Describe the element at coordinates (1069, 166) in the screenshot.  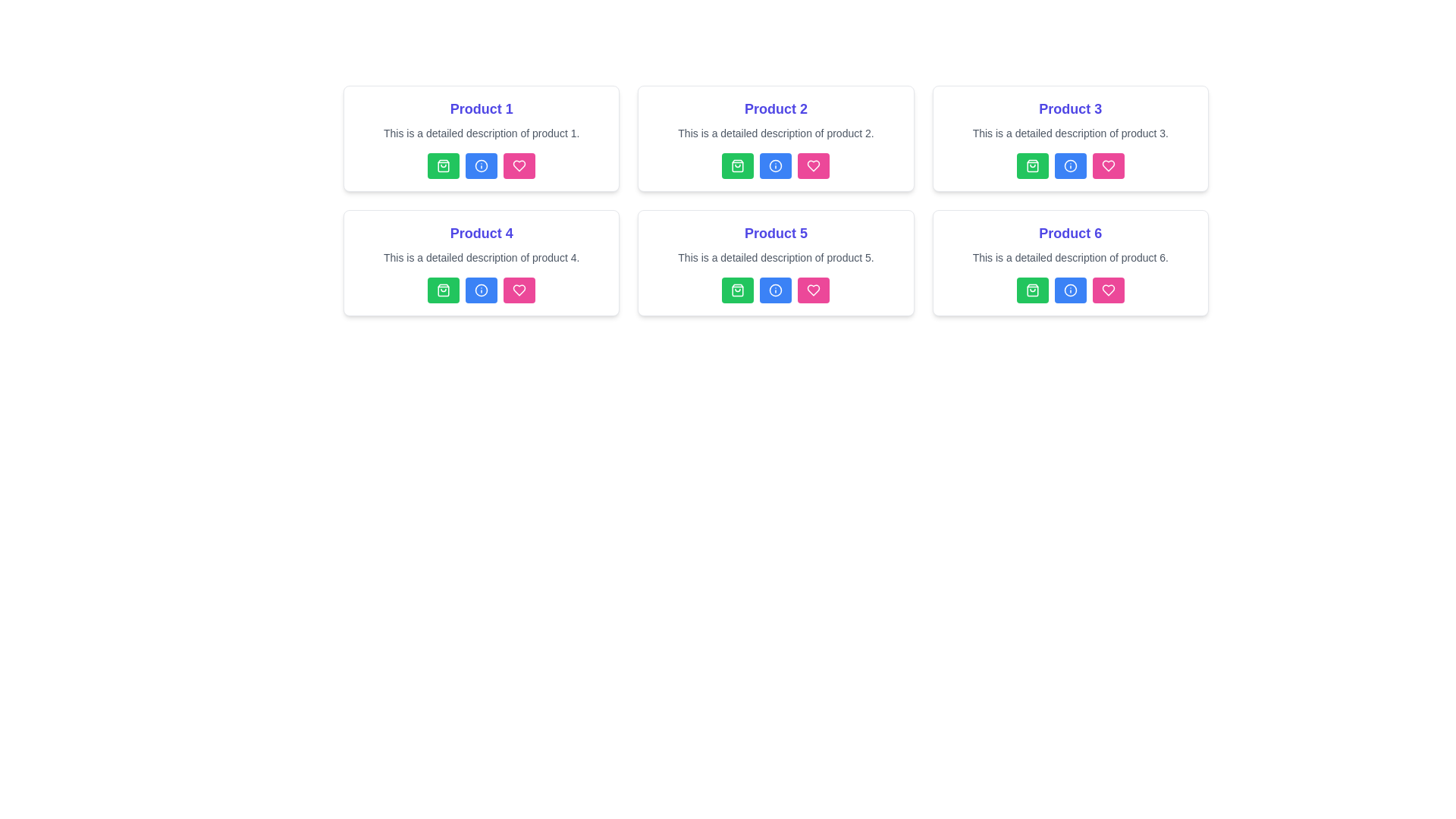
I see `the SVG icon that serves as an information button for 'Product 3', located as the second button in the row of actions under the product card` at that location.